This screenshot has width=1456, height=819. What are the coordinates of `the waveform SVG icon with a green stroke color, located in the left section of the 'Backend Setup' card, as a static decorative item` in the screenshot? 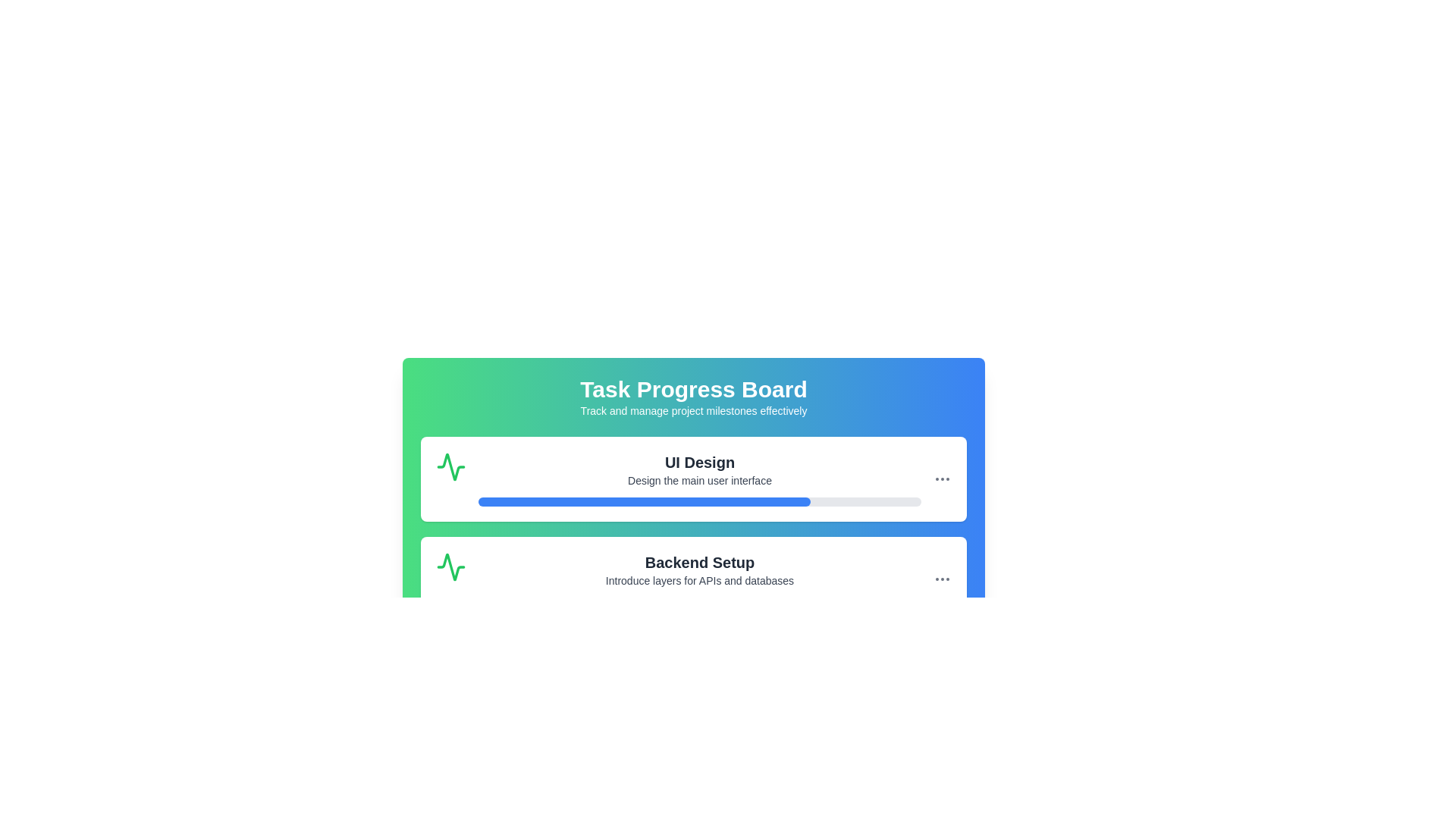 It's located at (450, 567).